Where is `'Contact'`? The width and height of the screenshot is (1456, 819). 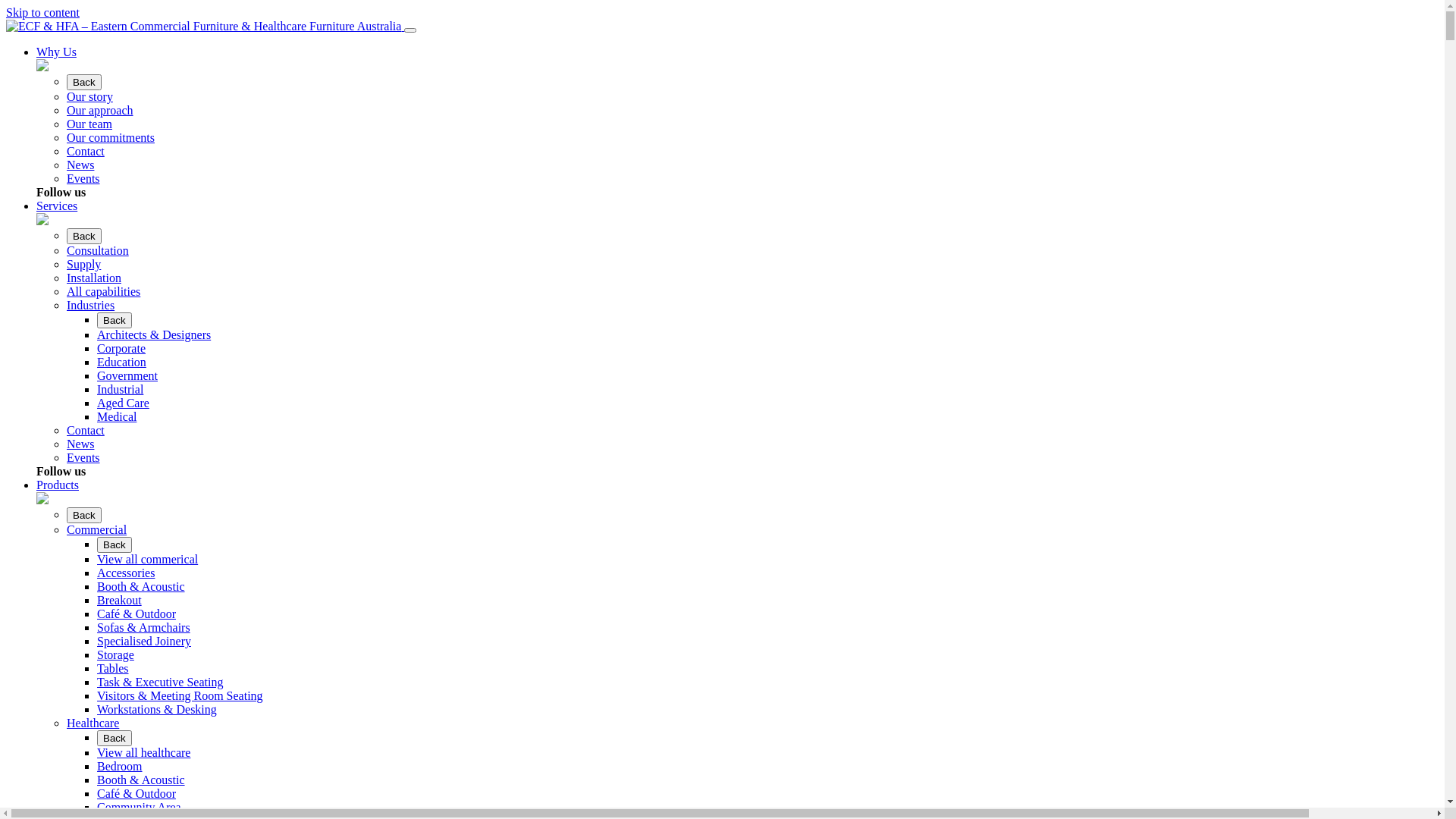
'Contact' is located at coordinates (85, 151).